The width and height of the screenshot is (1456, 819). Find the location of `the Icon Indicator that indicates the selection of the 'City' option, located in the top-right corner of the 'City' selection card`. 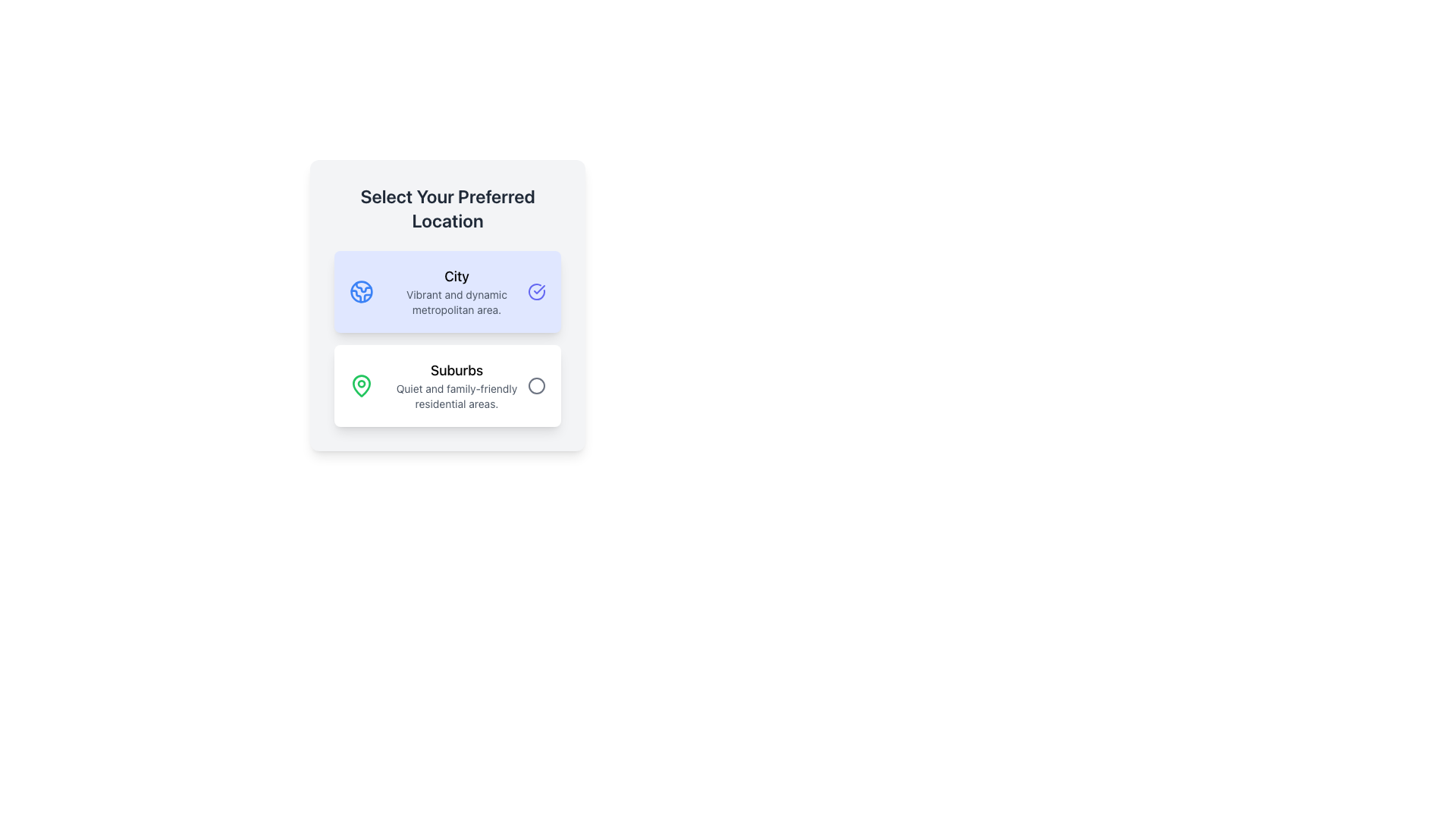

the Icon Indicator that indicates the selection of the 'City' option, located in the top-right corner of the 'City' selection card is located at coordinates (537, 292).